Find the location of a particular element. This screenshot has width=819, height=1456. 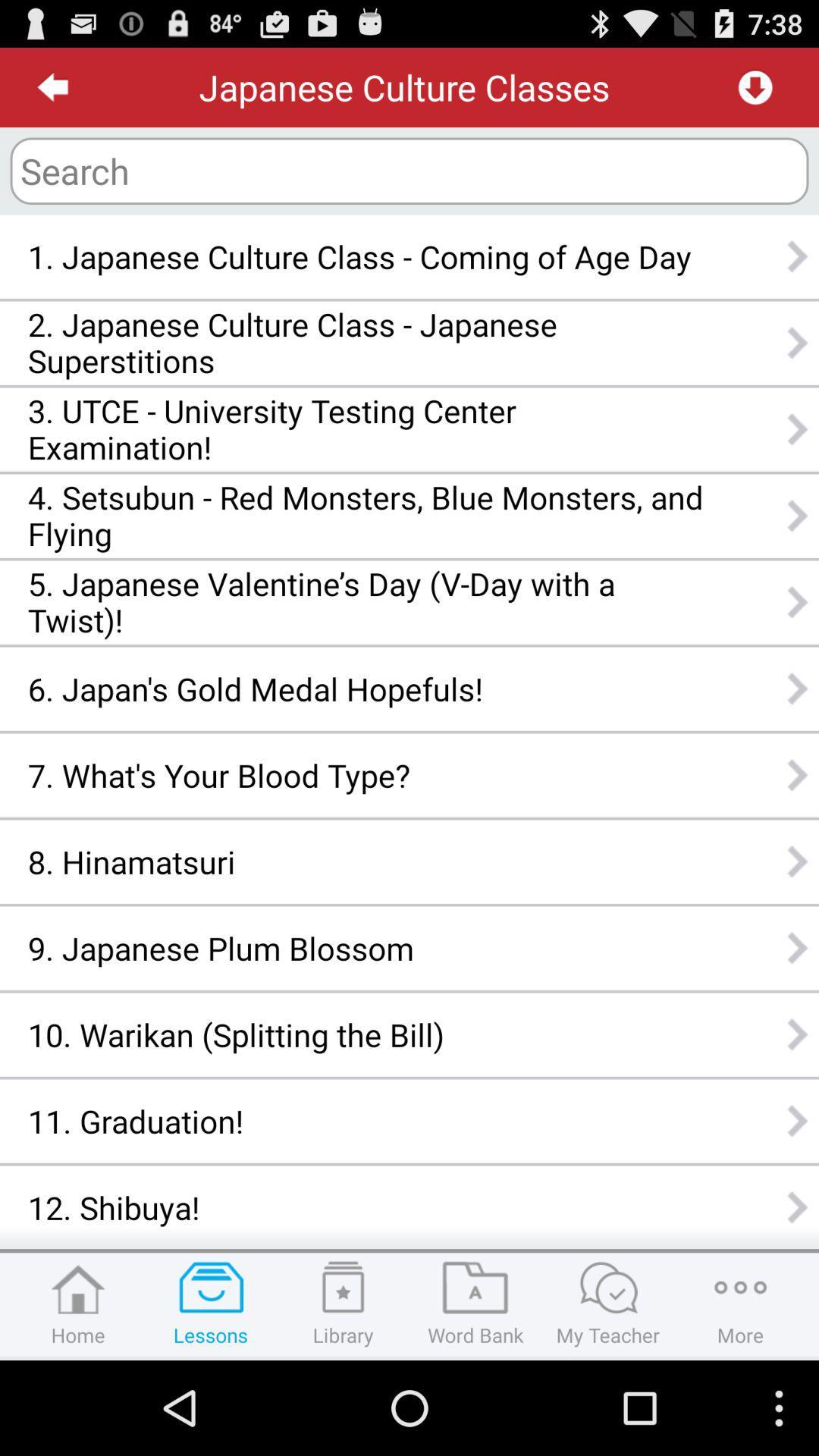

the app below the 10 warikan splitting item is located at coordinates (366, 1121).